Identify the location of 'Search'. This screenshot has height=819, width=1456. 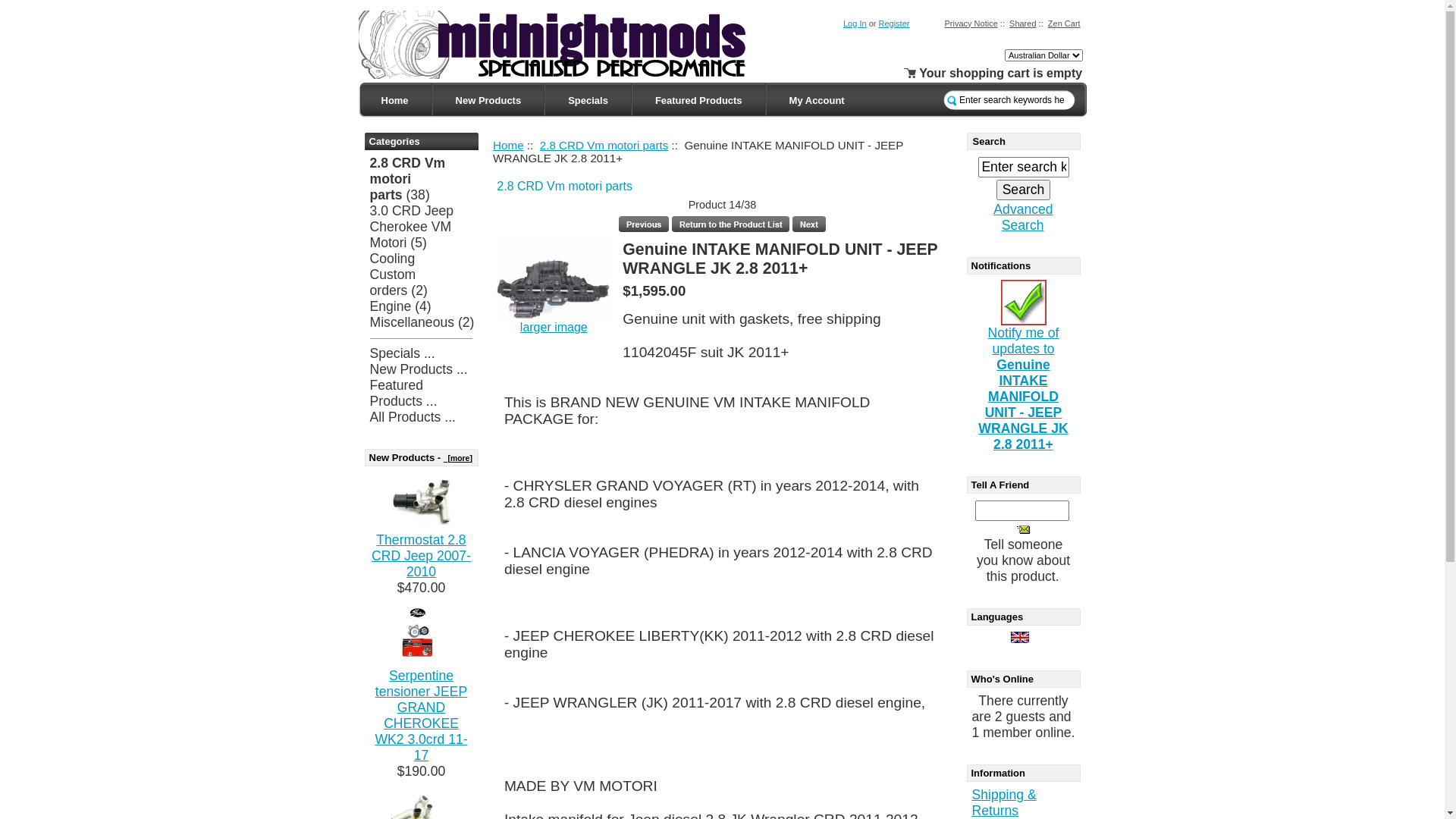
(1023, 189).